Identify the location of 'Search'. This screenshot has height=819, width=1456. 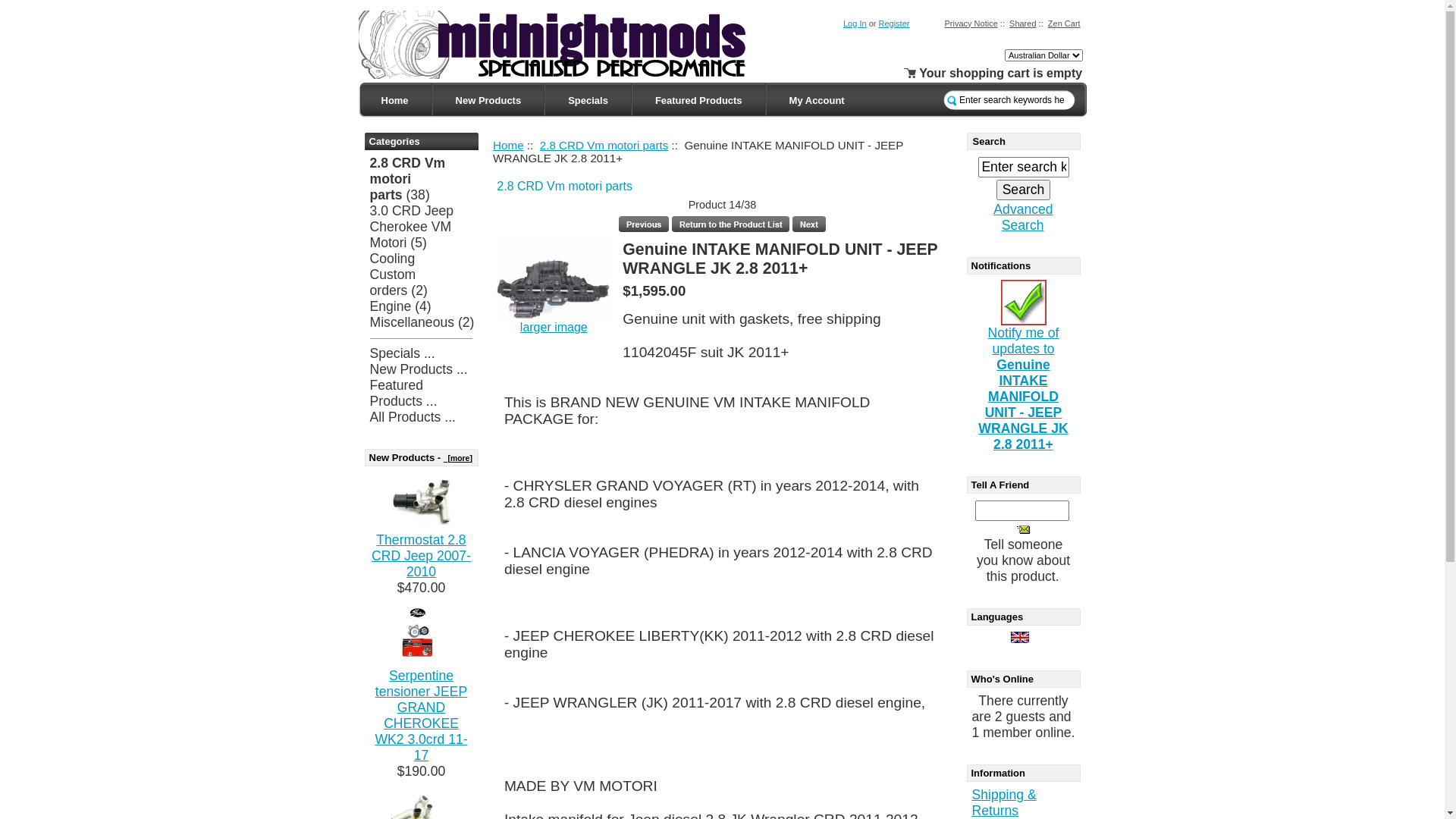
(1023, 189).